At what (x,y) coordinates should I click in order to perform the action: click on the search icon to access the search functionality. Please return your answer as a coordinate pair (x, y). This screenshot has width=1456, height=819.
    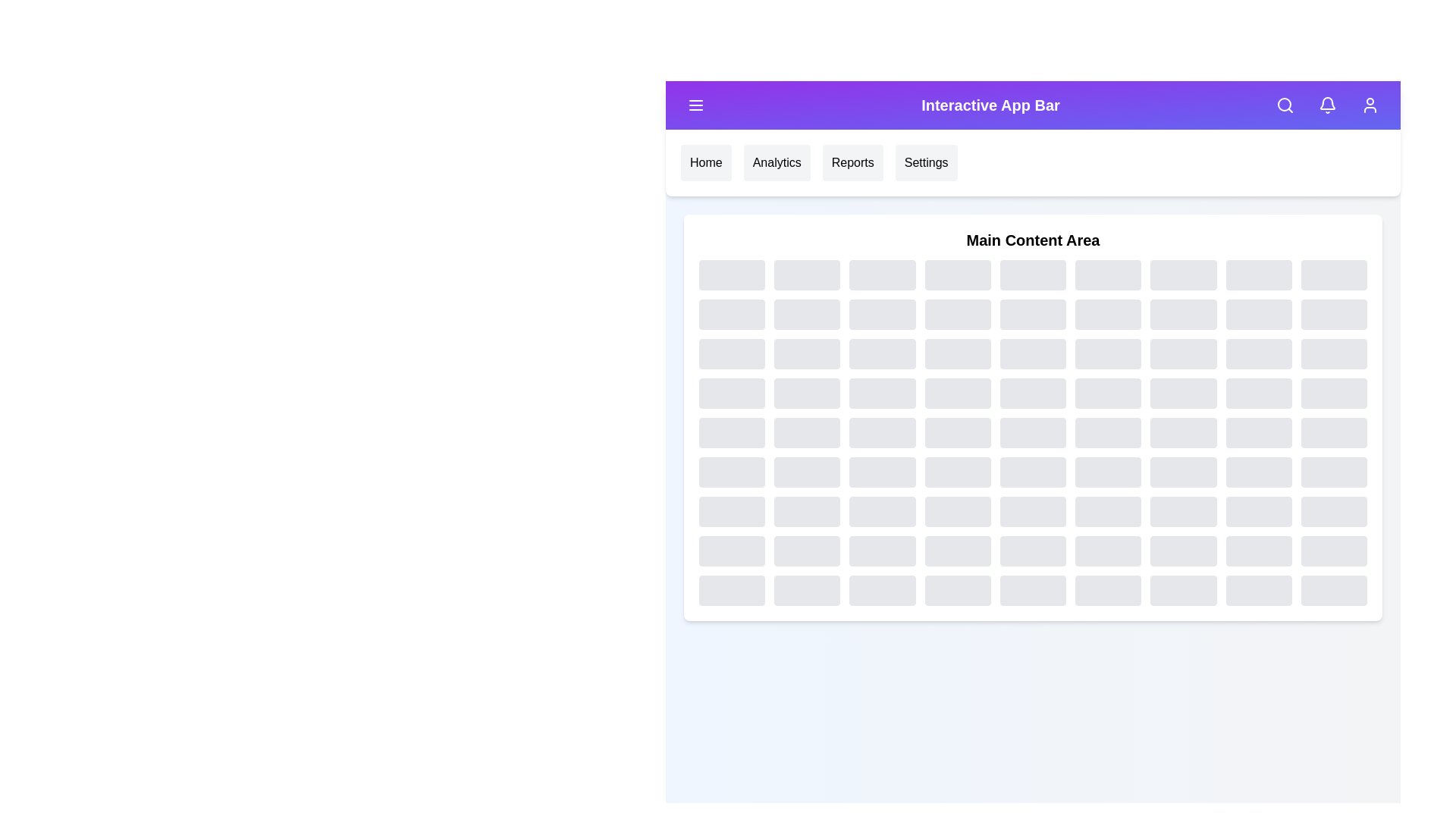
    Looking at the image, I should click on (1284, 104).